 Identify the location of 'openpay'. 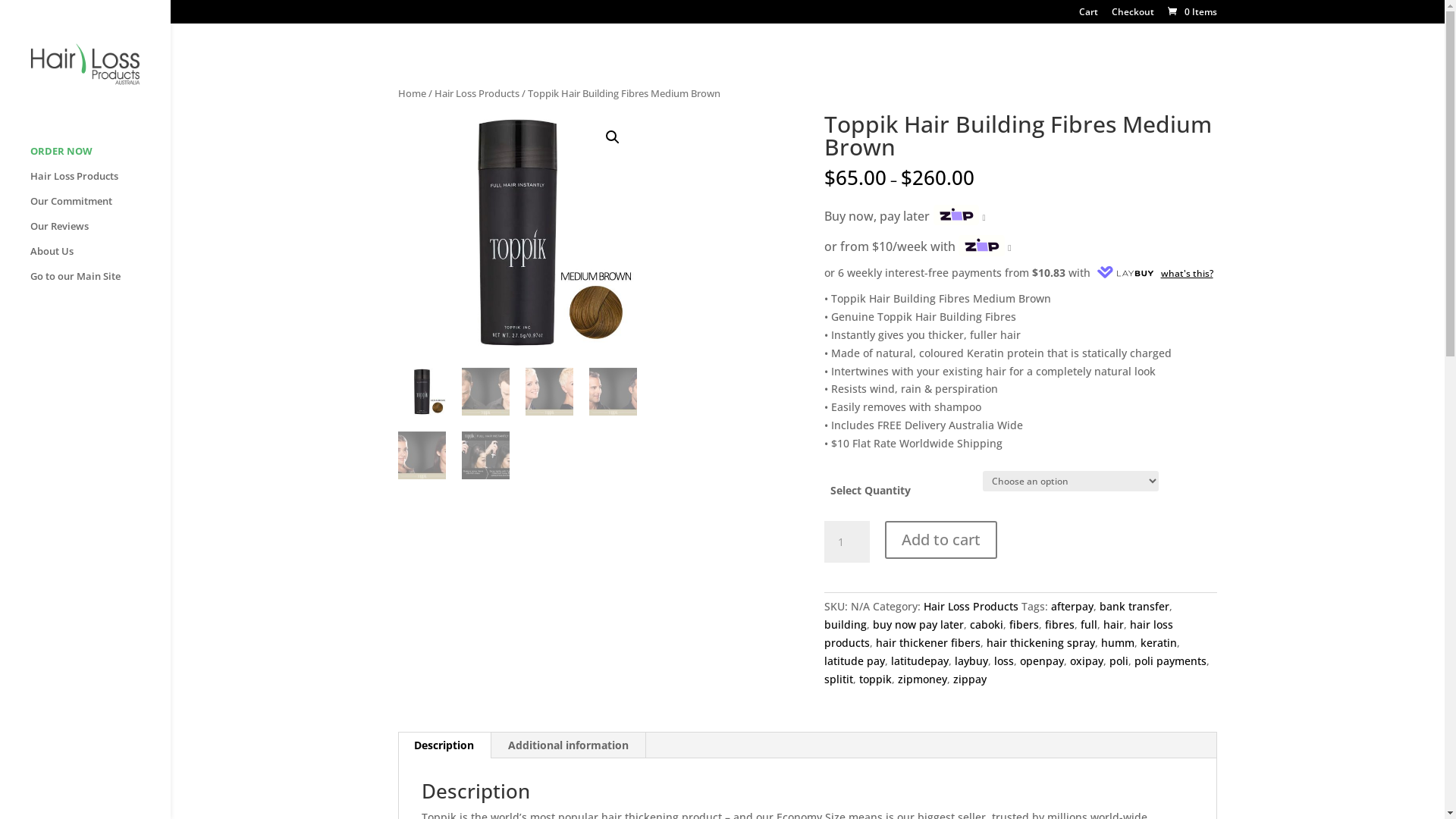
(1040, 660).